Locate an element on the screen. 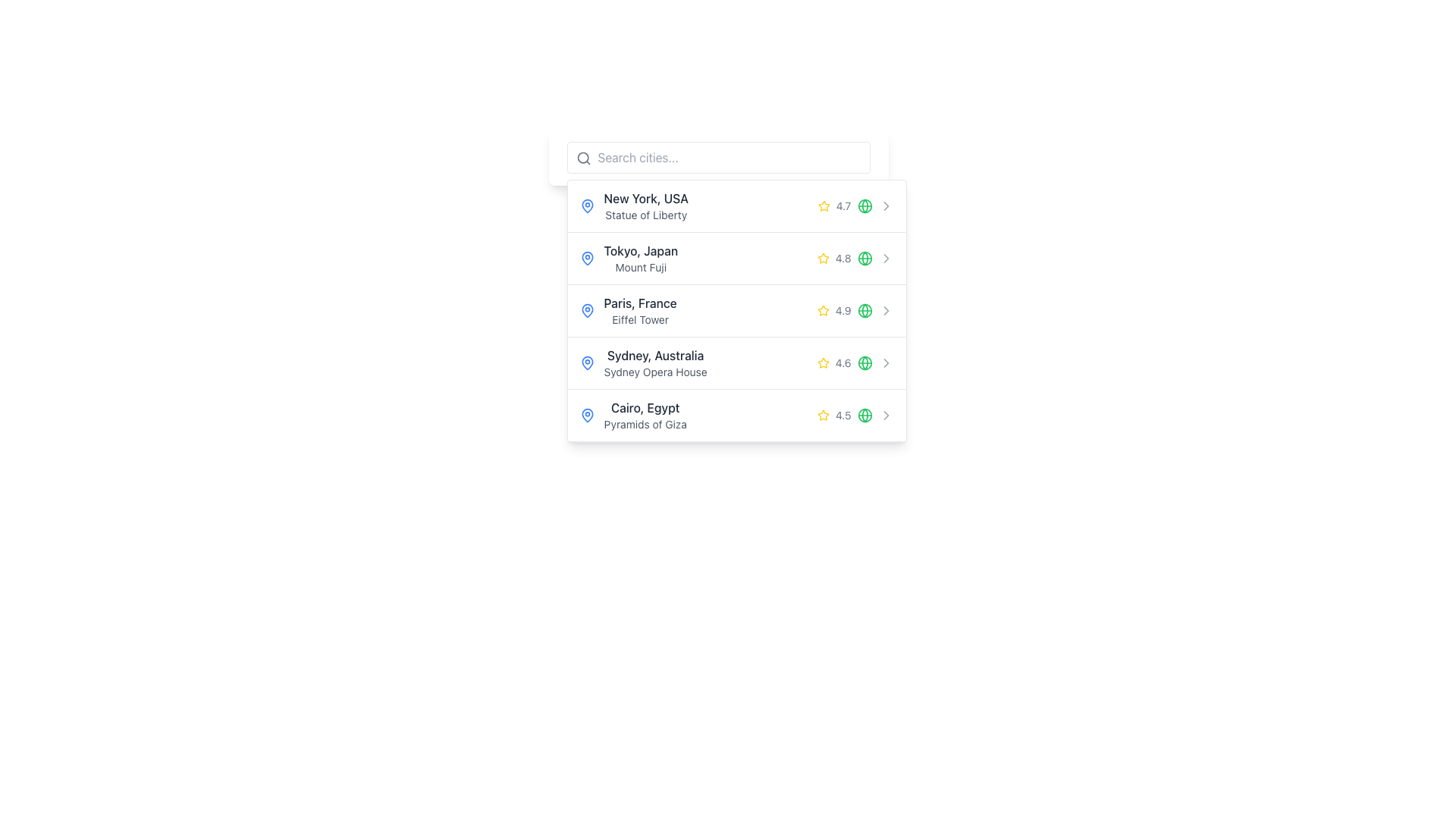 The width and height of the screenshot is (1456, 819). the chevron icon located at the end of the row for 'New York, USA' is located at coordinates (886, 206).